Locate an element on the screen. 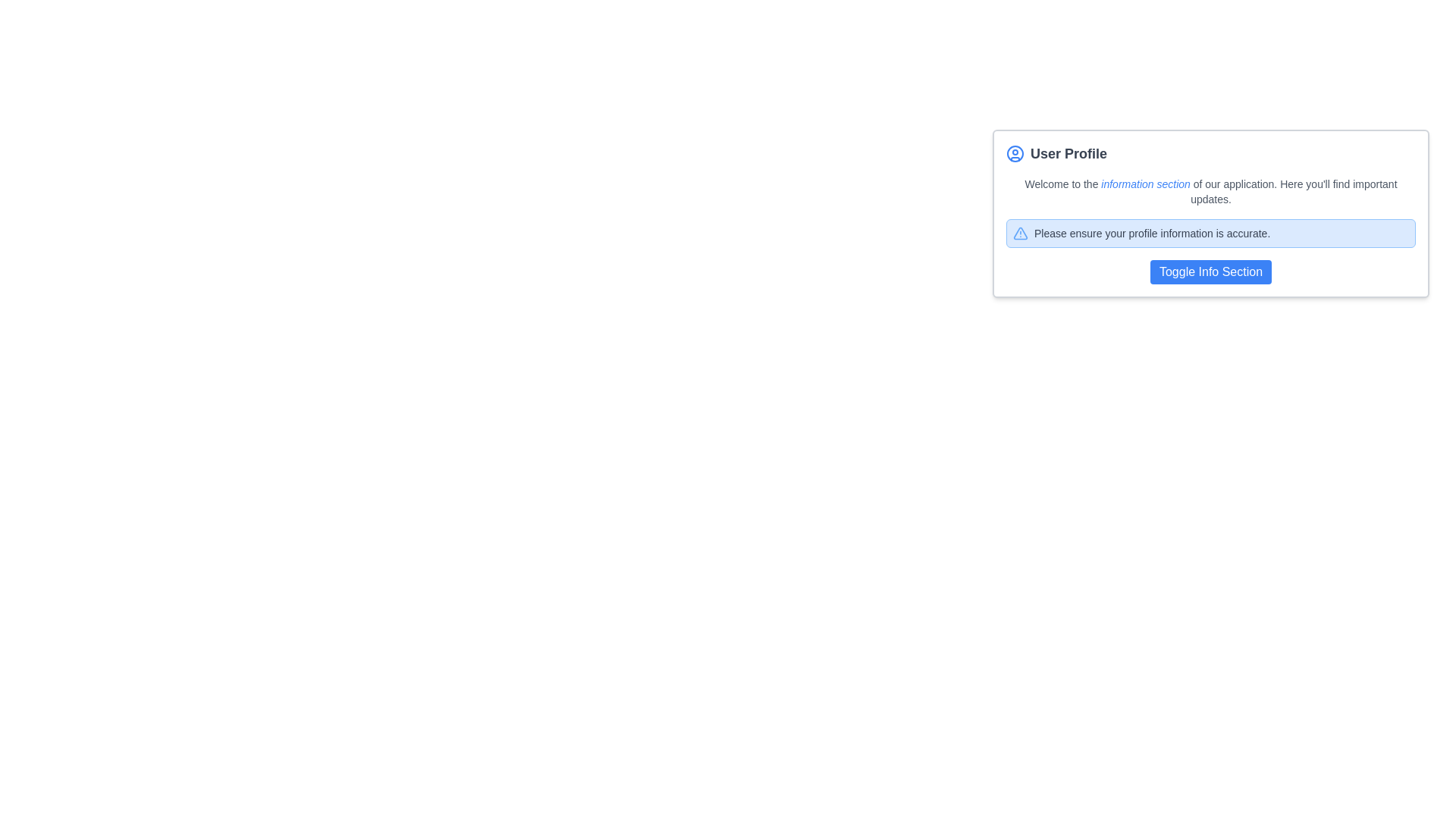 Image resolution: width=1456 pixels, height=819 pixels. the informational message with icon that prompts users to verify their profile data, located near the center-right of the interface, above the 'Toggle Info Section' button is located at coordinates (1210, 234).